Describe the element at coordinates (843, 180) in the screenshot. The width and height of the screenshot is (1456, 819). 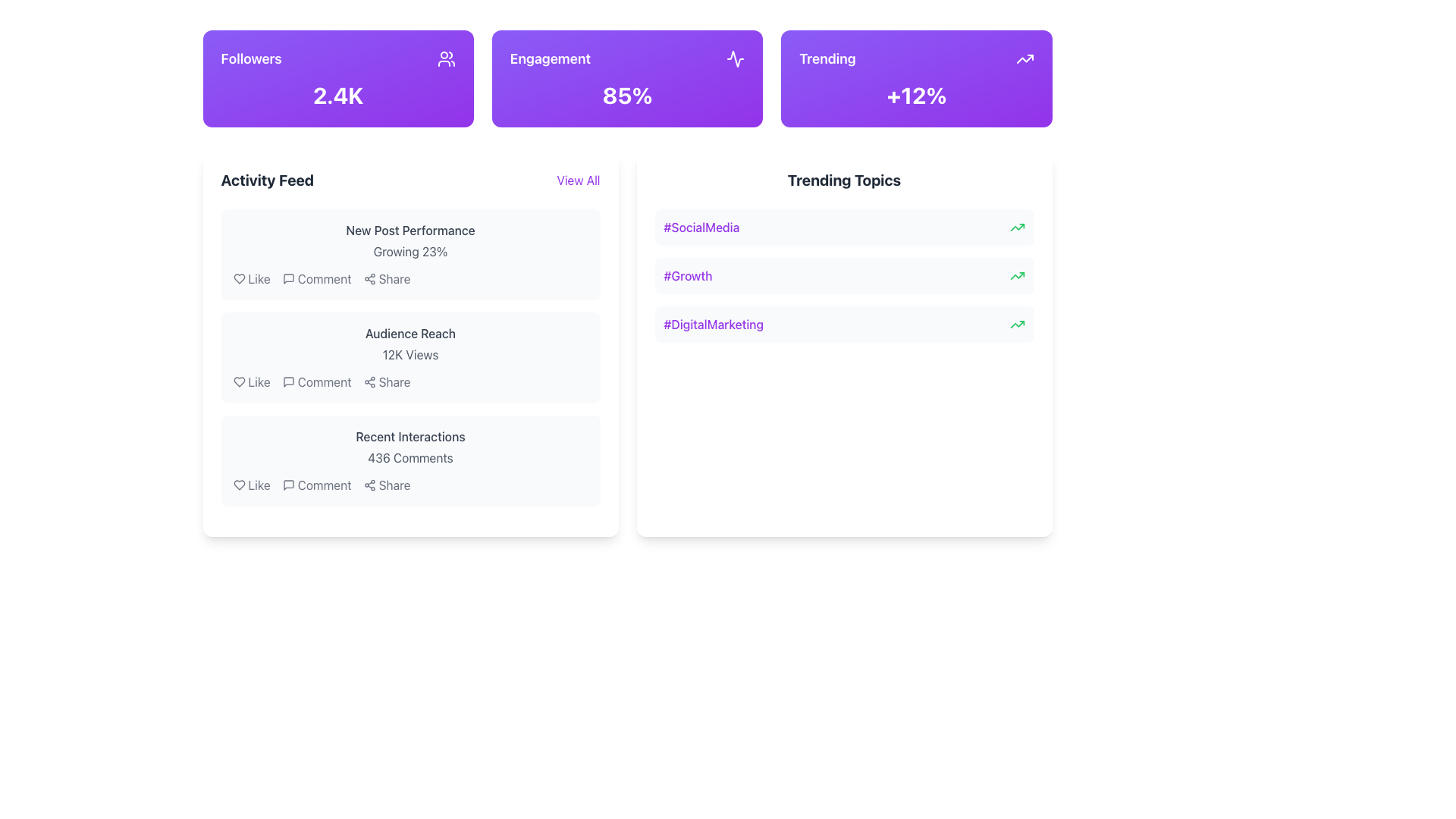
I see `text header displaying 'Trending Topics' at the top of the trending topics card for context` at that location.